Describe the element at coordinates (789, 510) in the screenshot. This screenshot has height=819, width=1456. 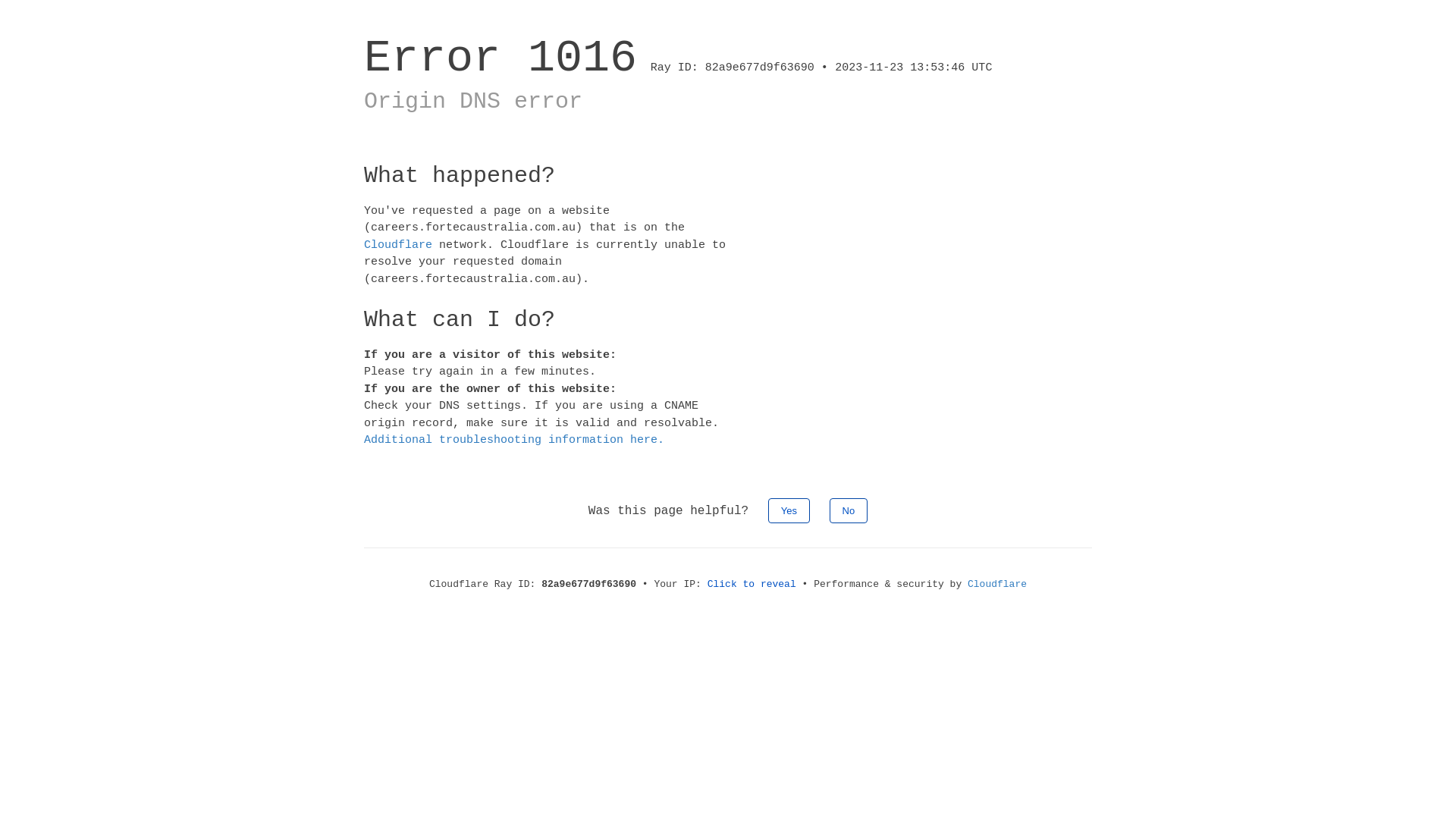
I see `'Yes'` at that location.